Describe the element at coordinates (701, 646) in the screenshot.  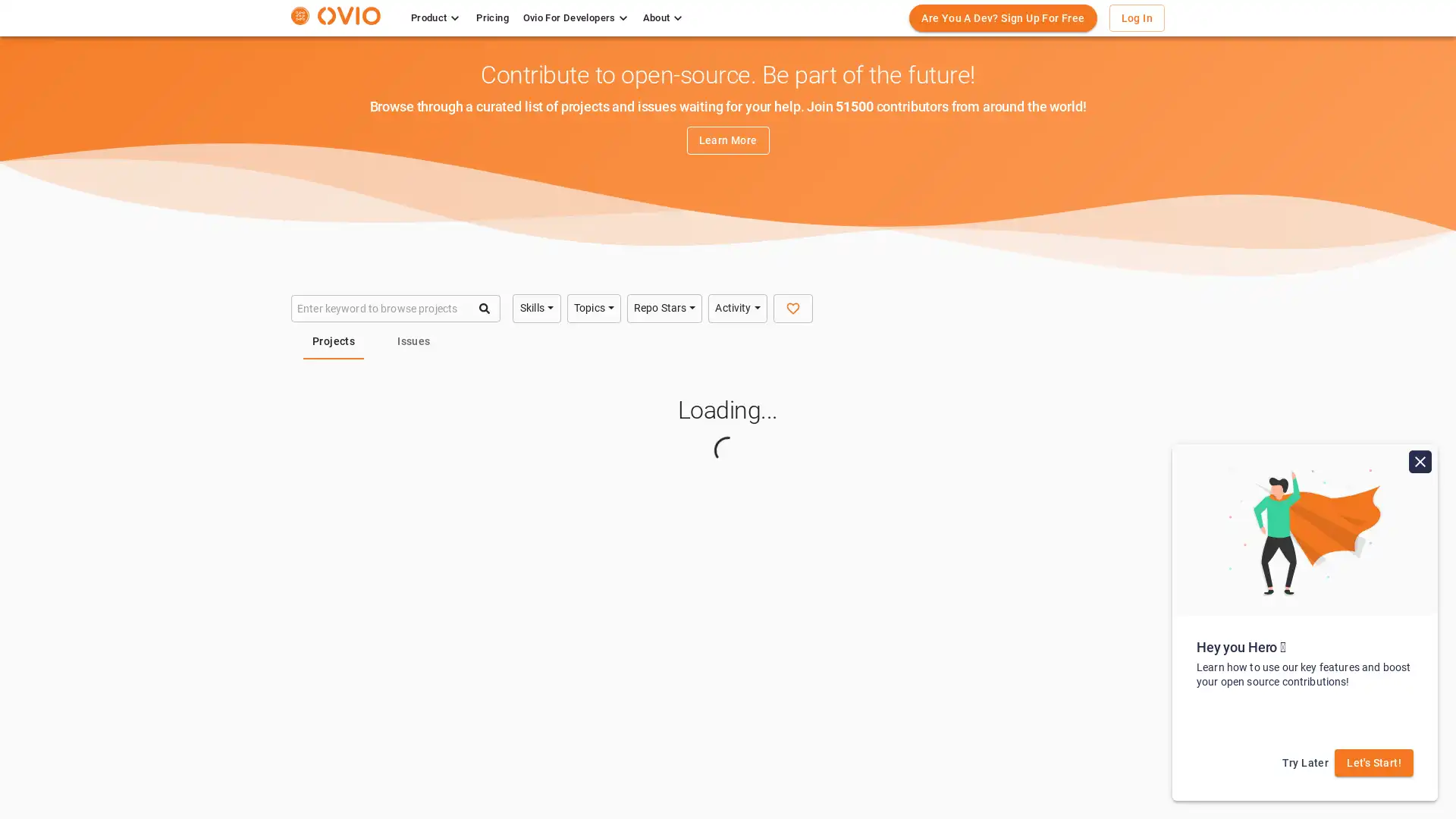
I see `Technology` at that location.